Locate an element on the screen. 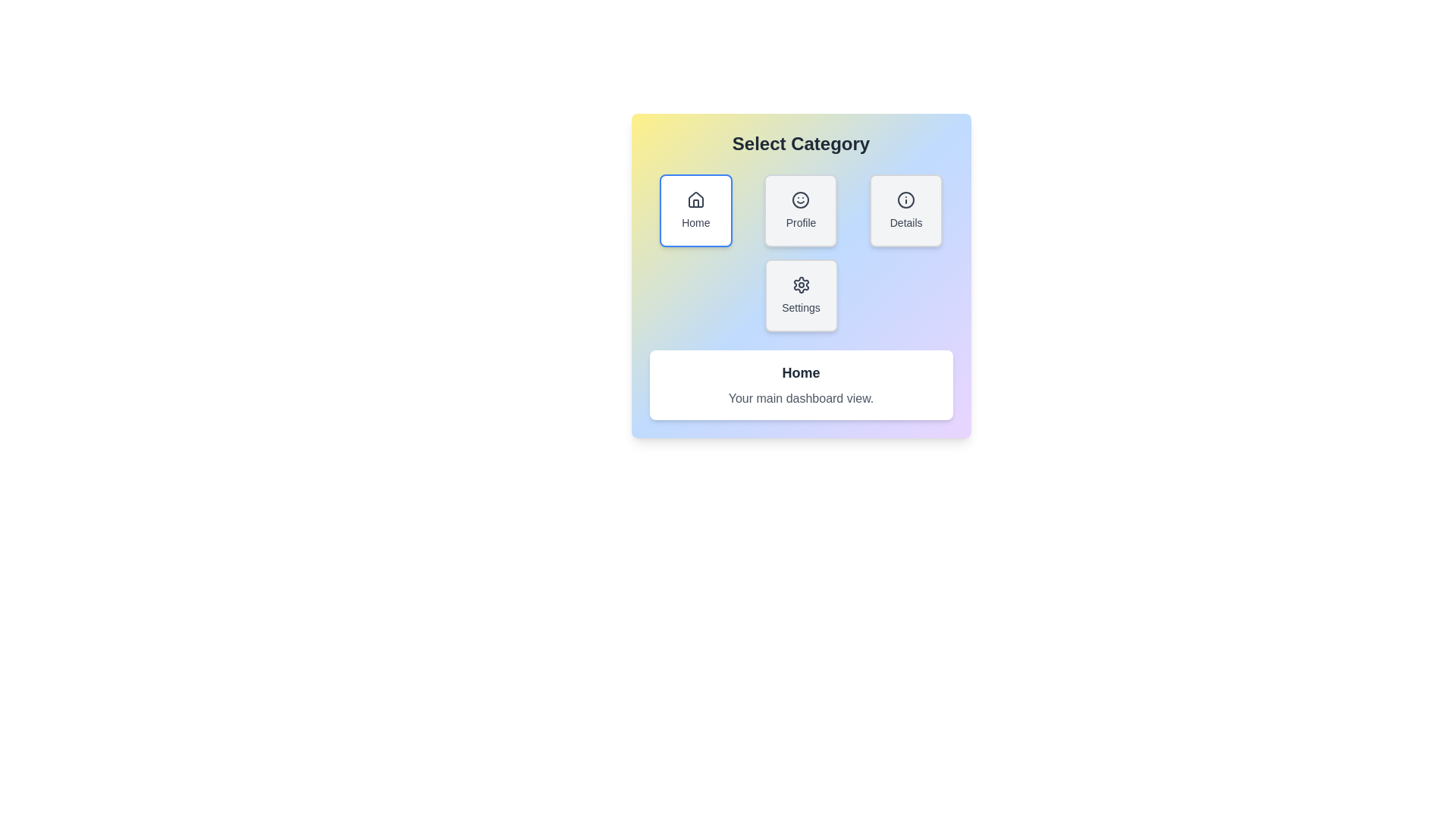 The image size is (1456, 819). the 'Profile' button located in the 'Select Category' section for keyboard navigation is located at coordinates (800, 210).